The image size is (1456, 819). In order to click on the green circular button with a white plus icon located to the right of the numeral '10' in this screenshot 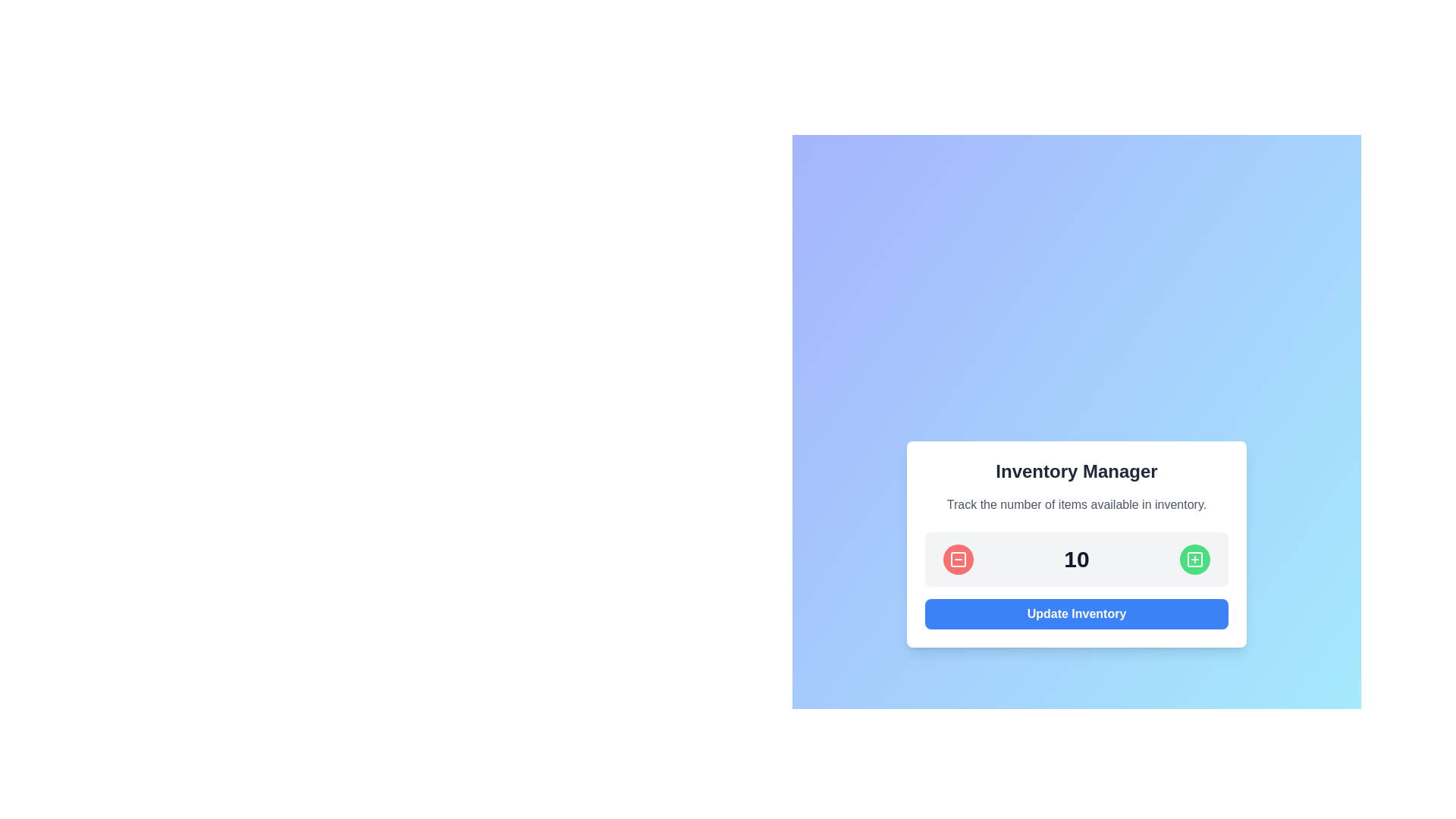, I will do `click(1194, 559)`.